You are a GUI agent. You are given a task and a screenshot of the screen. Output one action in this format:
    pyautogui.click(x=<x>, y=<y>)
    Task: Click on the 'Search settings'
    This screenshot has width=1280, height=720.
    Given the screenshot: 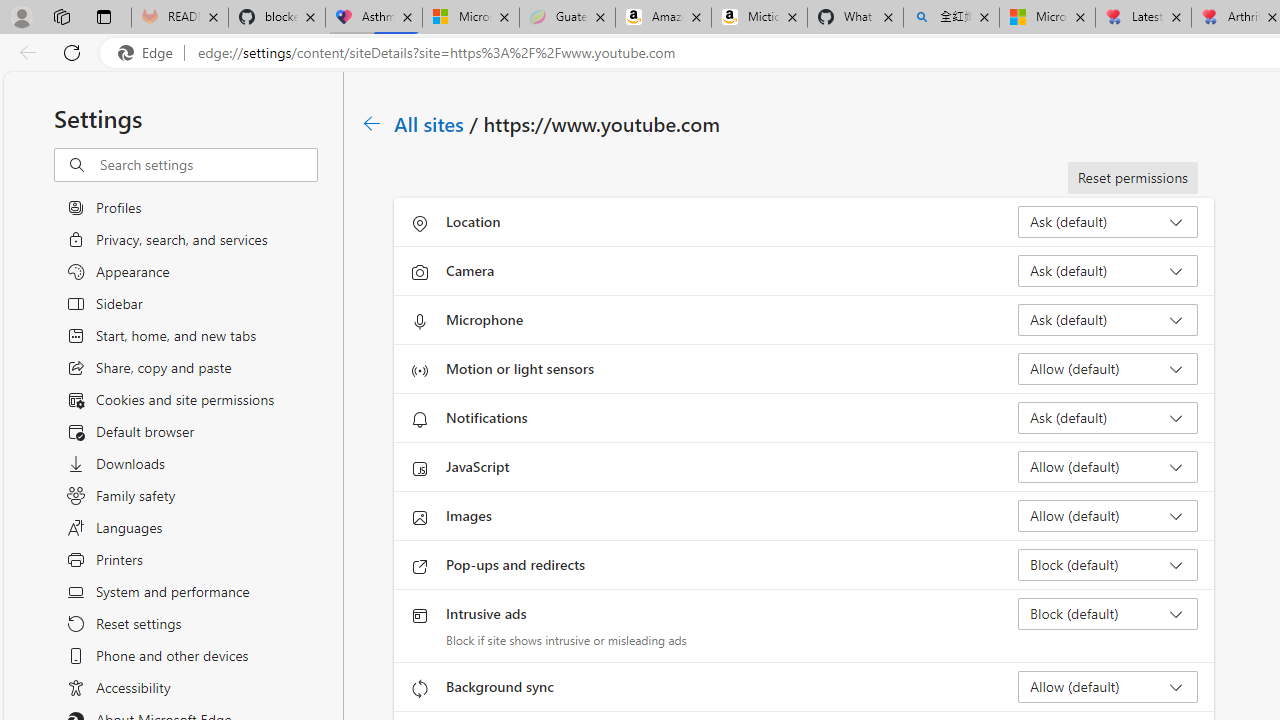 What is the action you would take?
    pyautogui.click(x=208, y=164)
    